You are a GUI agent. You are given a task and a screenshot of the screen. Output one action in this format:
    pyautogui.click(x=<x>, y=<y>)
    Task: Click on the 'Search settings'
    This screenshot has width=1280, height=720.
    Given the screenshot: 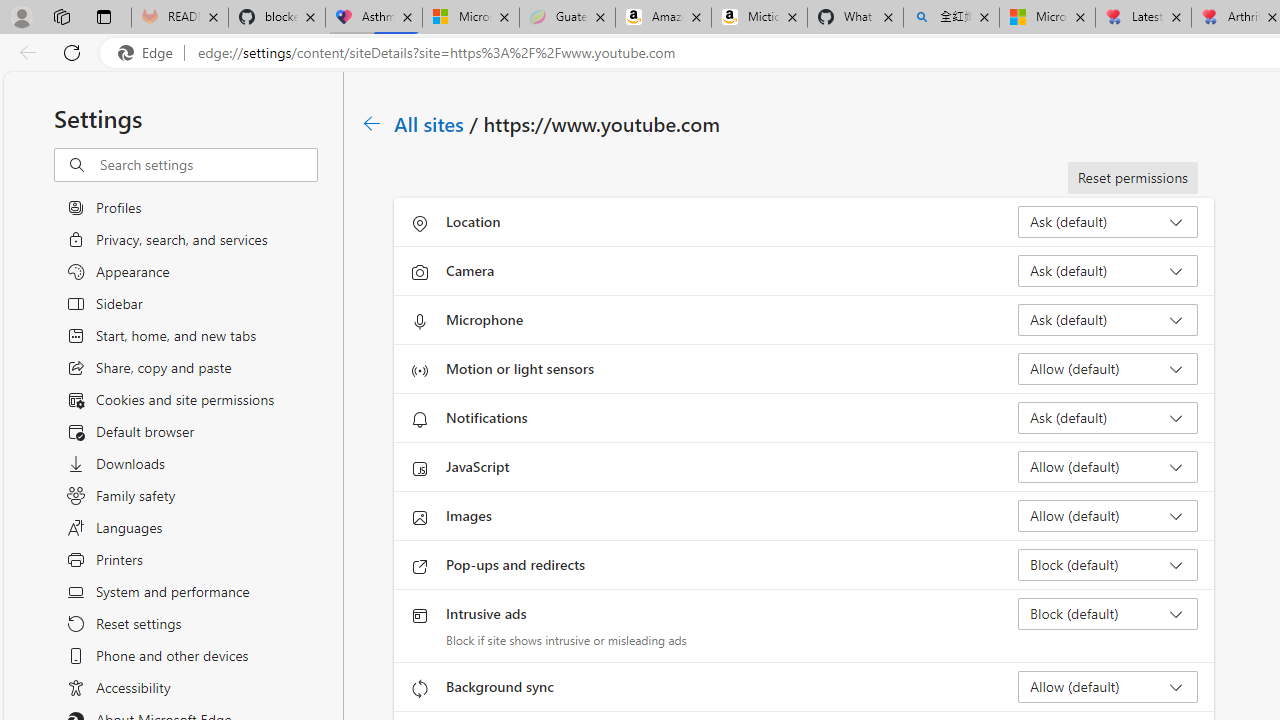 What is the action you would take?
    pyautogui.click(x=208, y=164)
    